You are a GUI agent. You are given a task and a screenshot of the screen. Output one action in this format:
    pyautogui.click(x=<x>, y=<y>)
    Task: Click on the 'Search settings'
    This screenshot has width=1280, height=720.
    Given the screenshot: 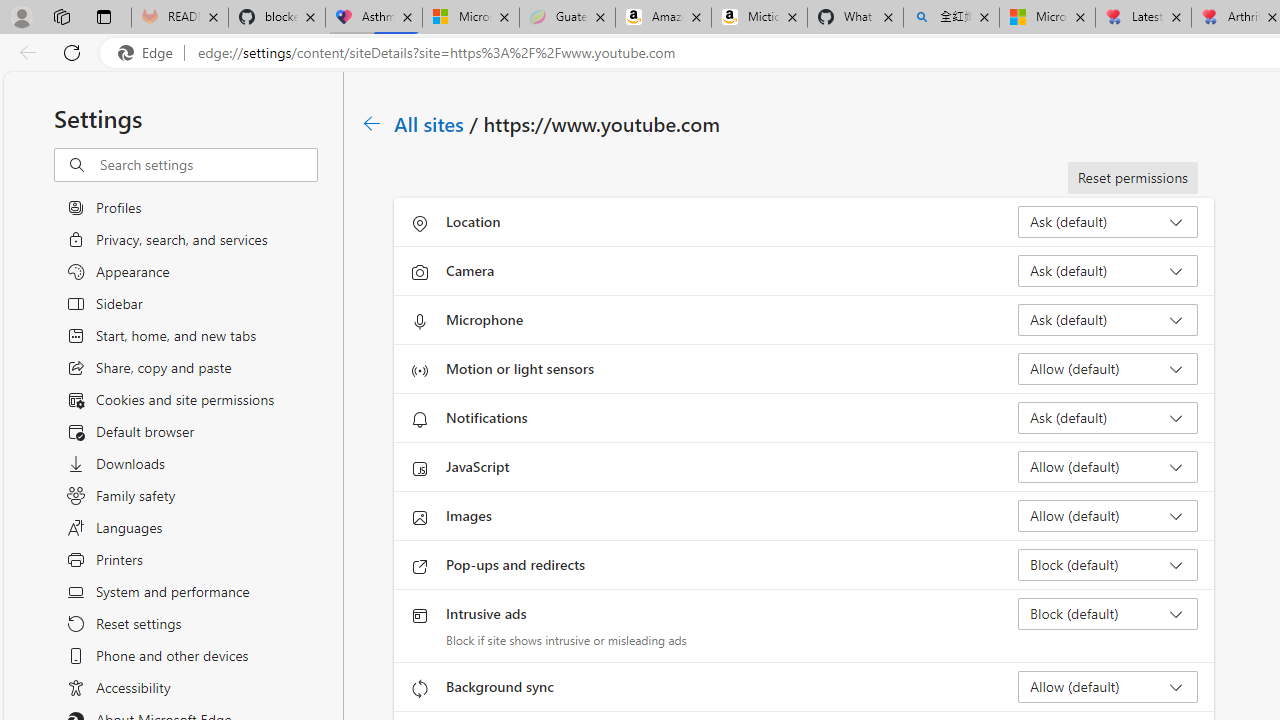 What is the action you would take?
    pyautogui.click(x=208, y=164)
    